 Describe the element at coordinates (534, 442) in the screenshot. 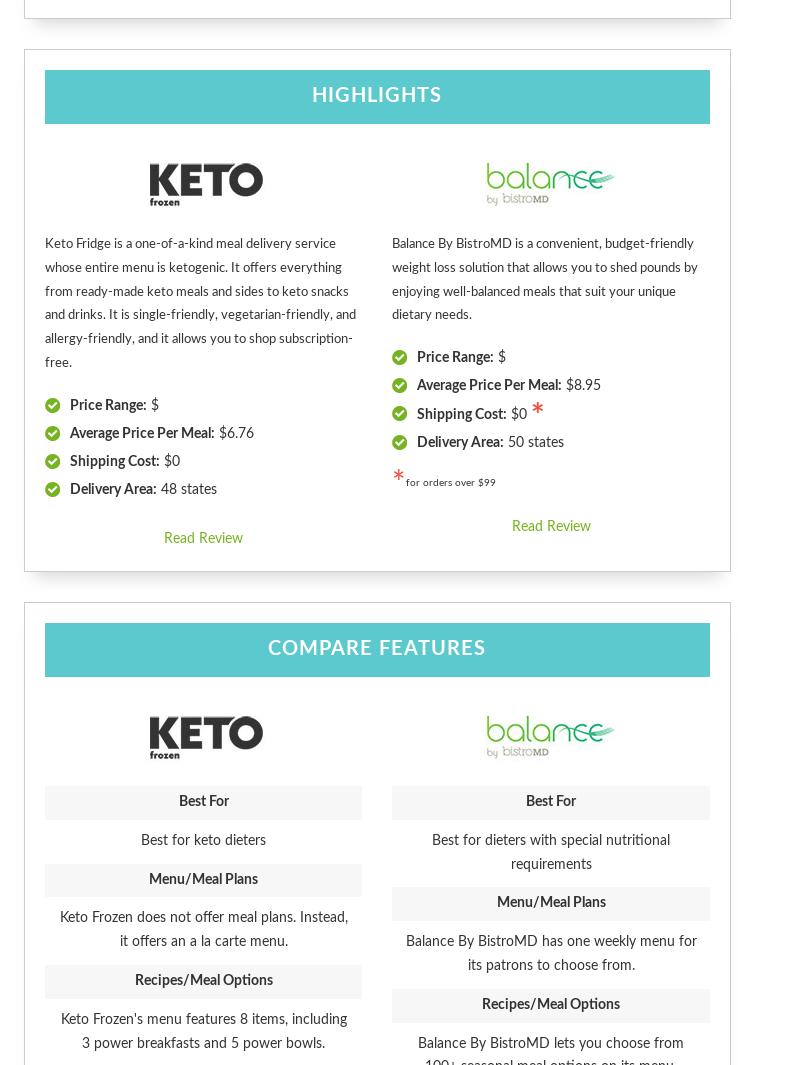

I see `'50 states'` at that location.